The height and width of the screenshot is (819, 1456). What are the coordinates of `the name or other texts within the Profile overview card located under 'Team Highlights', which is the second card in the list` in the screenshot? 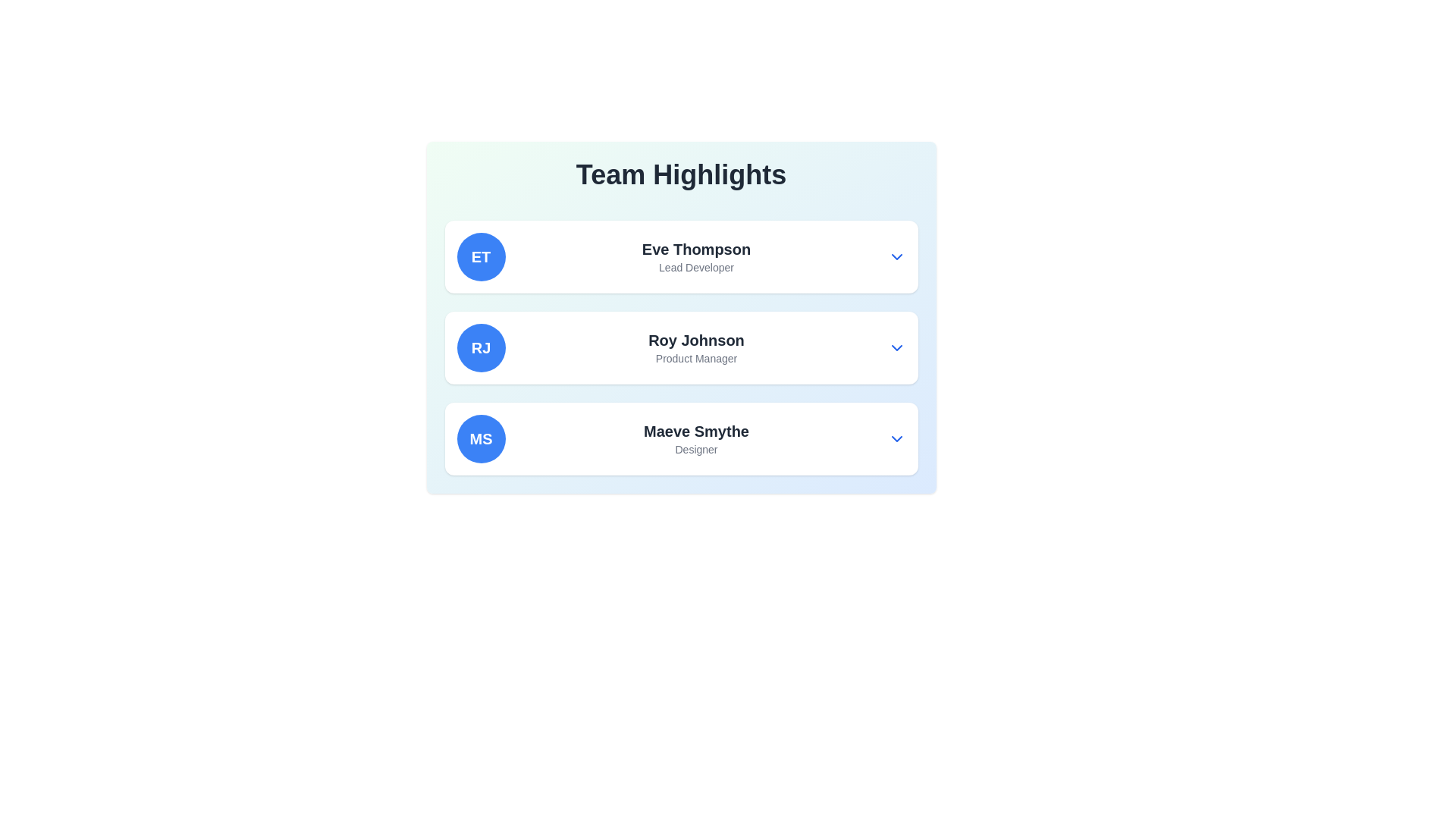 It's located at (680, 348).